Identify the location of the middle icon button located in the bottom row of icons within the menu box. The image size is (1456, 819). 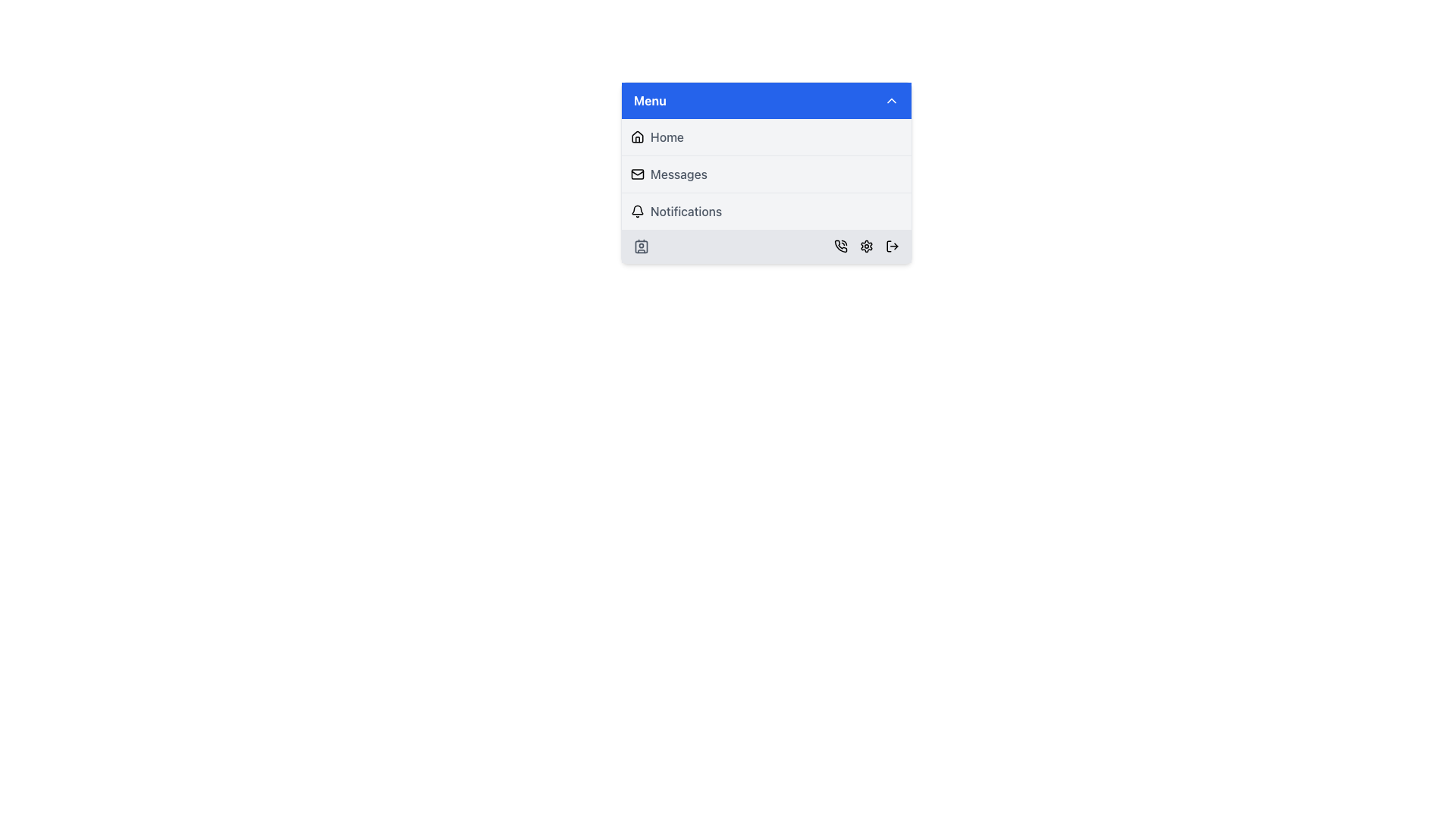
(866, 245).